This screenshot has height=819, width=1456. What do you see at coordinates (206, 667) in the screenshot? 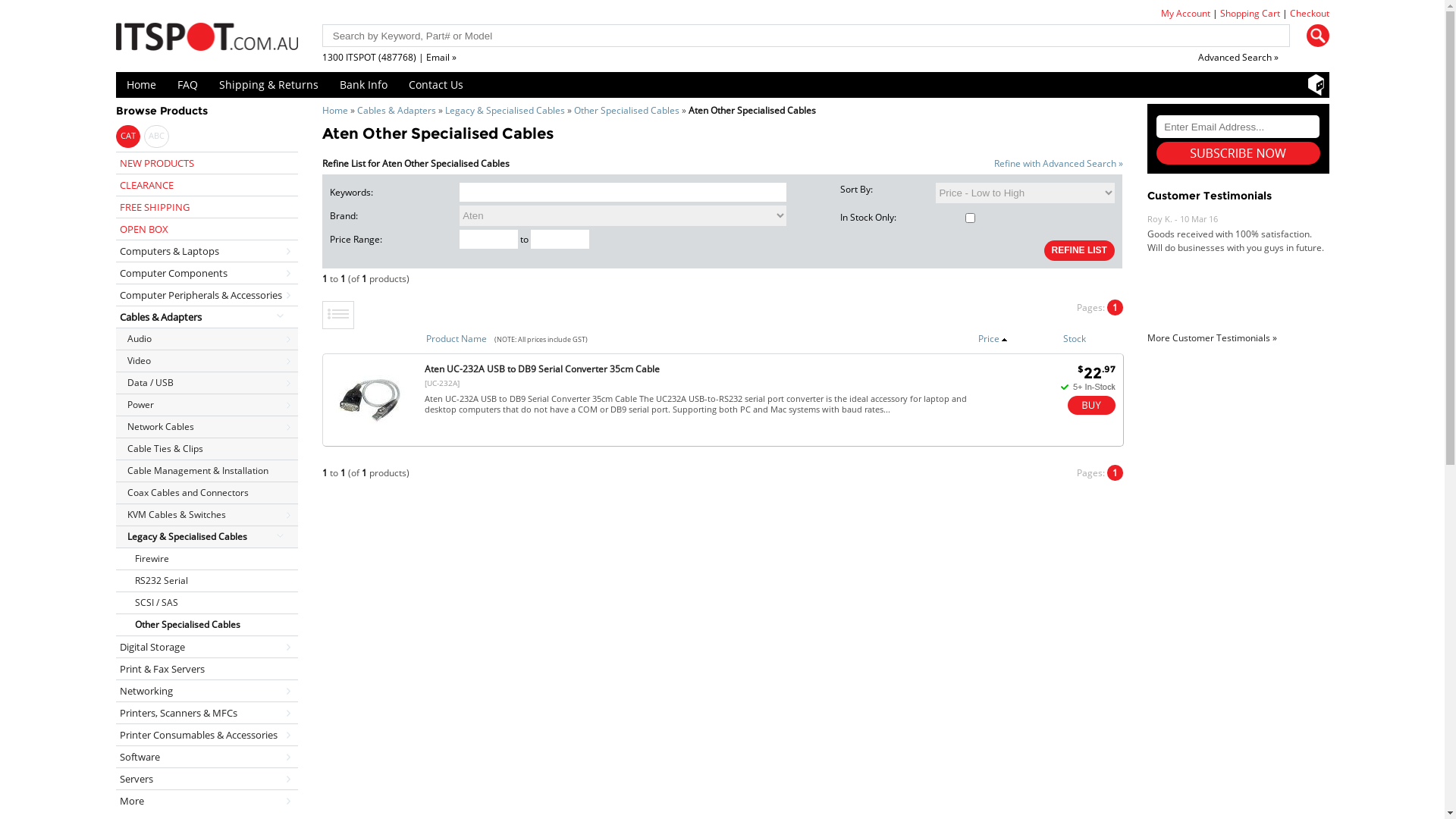
I see `'Print & Fax Servers'` at bounding box center [206, 667].